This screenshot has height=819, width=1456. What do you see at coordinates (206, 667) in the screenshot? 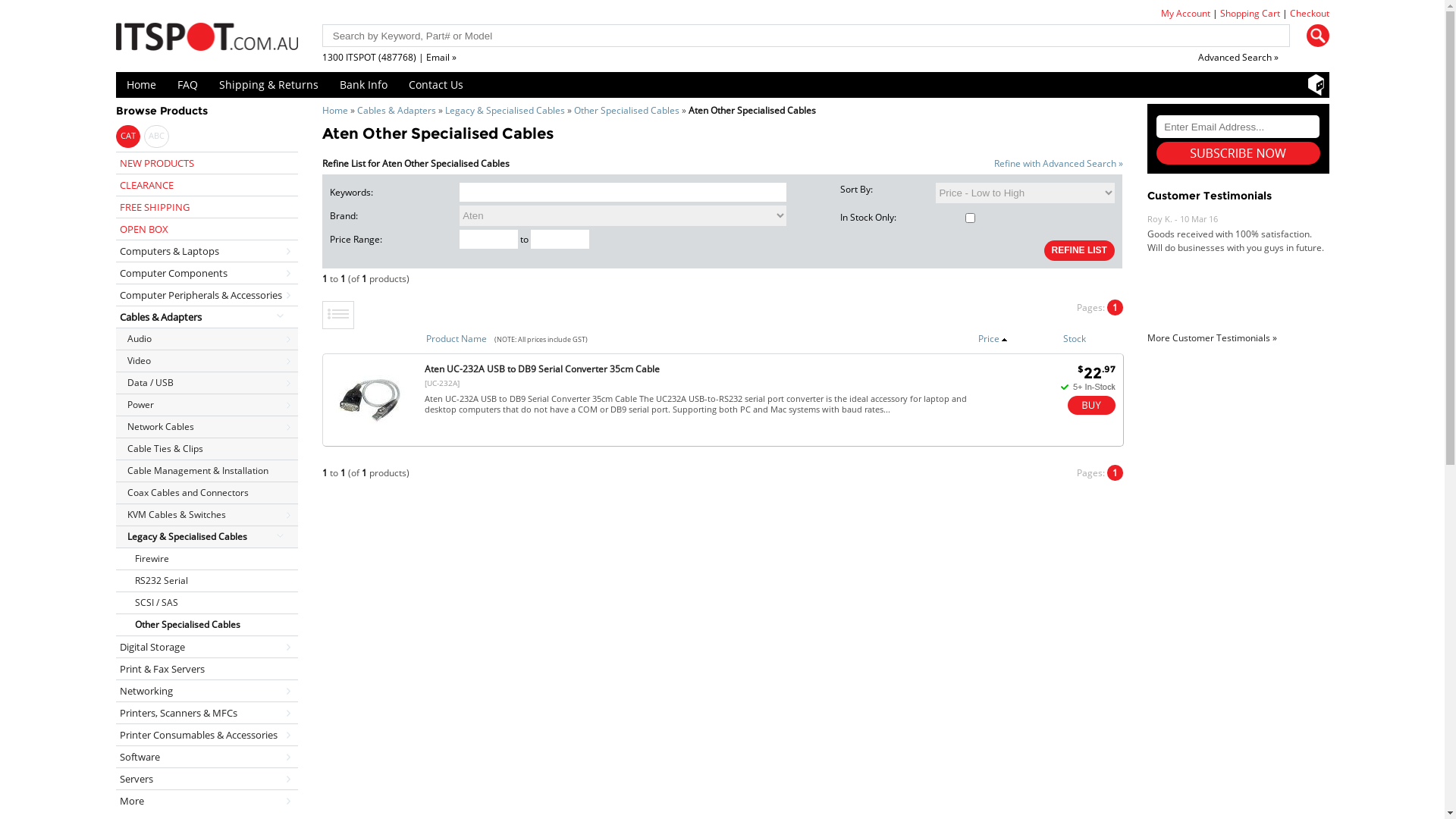
I see `'Print & Fax Servers'` at bounding box center [206, 667].